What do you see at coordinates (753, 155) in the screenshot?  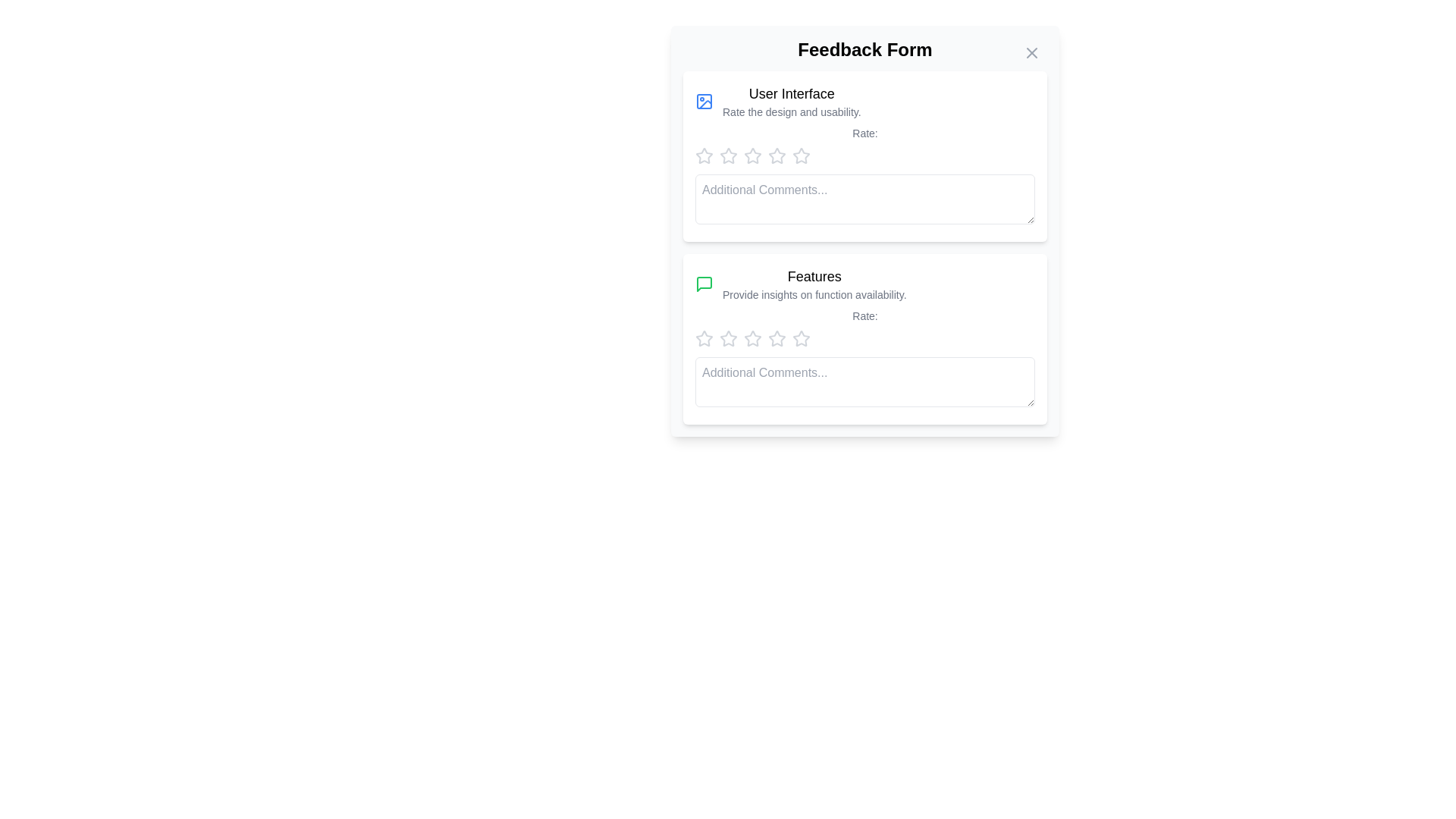 I see `on the fourth star-shaped rating icon in the 'Rate' section of the 'User Interface' feedback card` at bounding box center [753, 155].